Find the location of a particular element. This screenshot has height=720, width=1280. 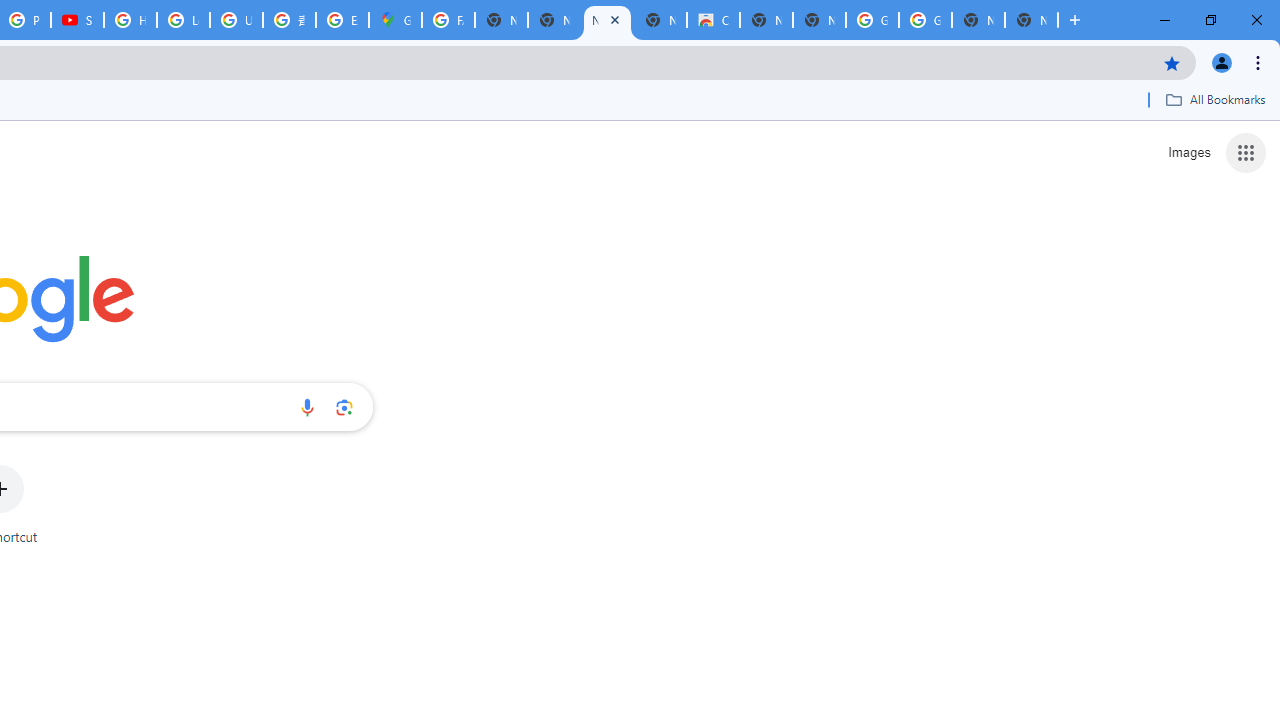

'New Tab' is located at coordinates (1031, 20).